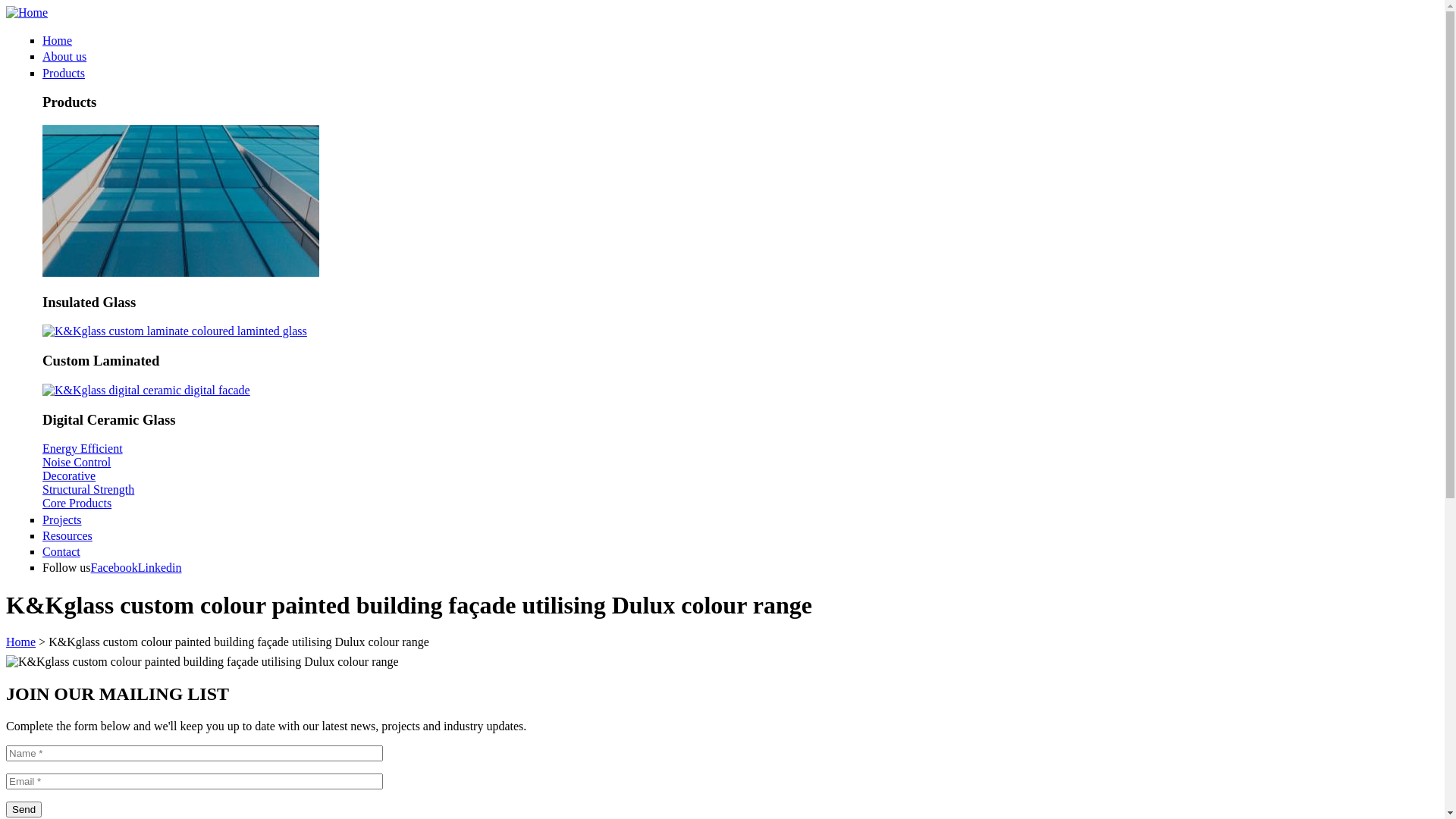  I want to click on 'Facebook', so click(113, 567).